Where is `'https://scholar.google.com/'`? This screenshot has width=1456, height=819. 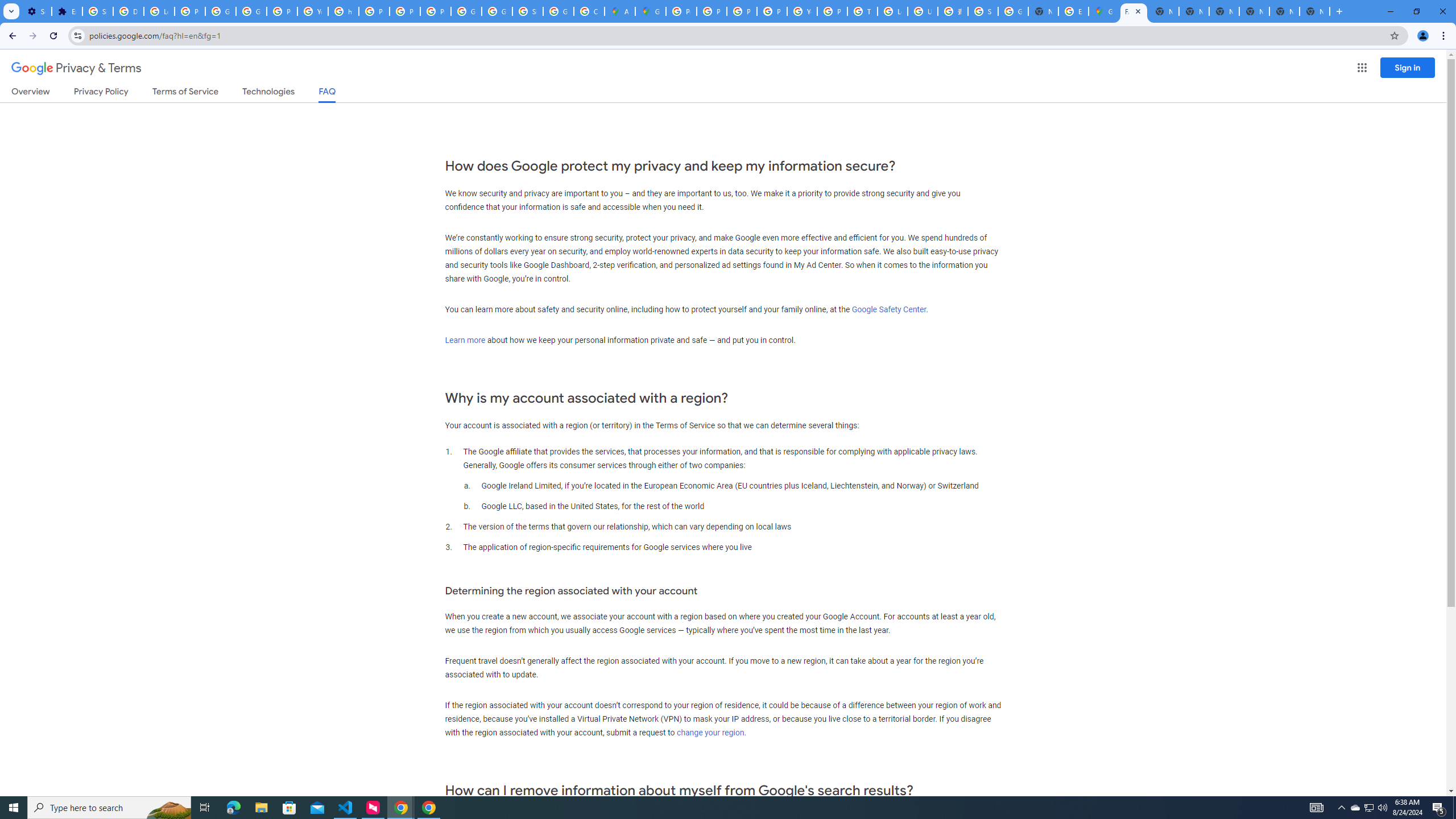
'https://scholar.google.com/' is located at coordinates (343, 11).